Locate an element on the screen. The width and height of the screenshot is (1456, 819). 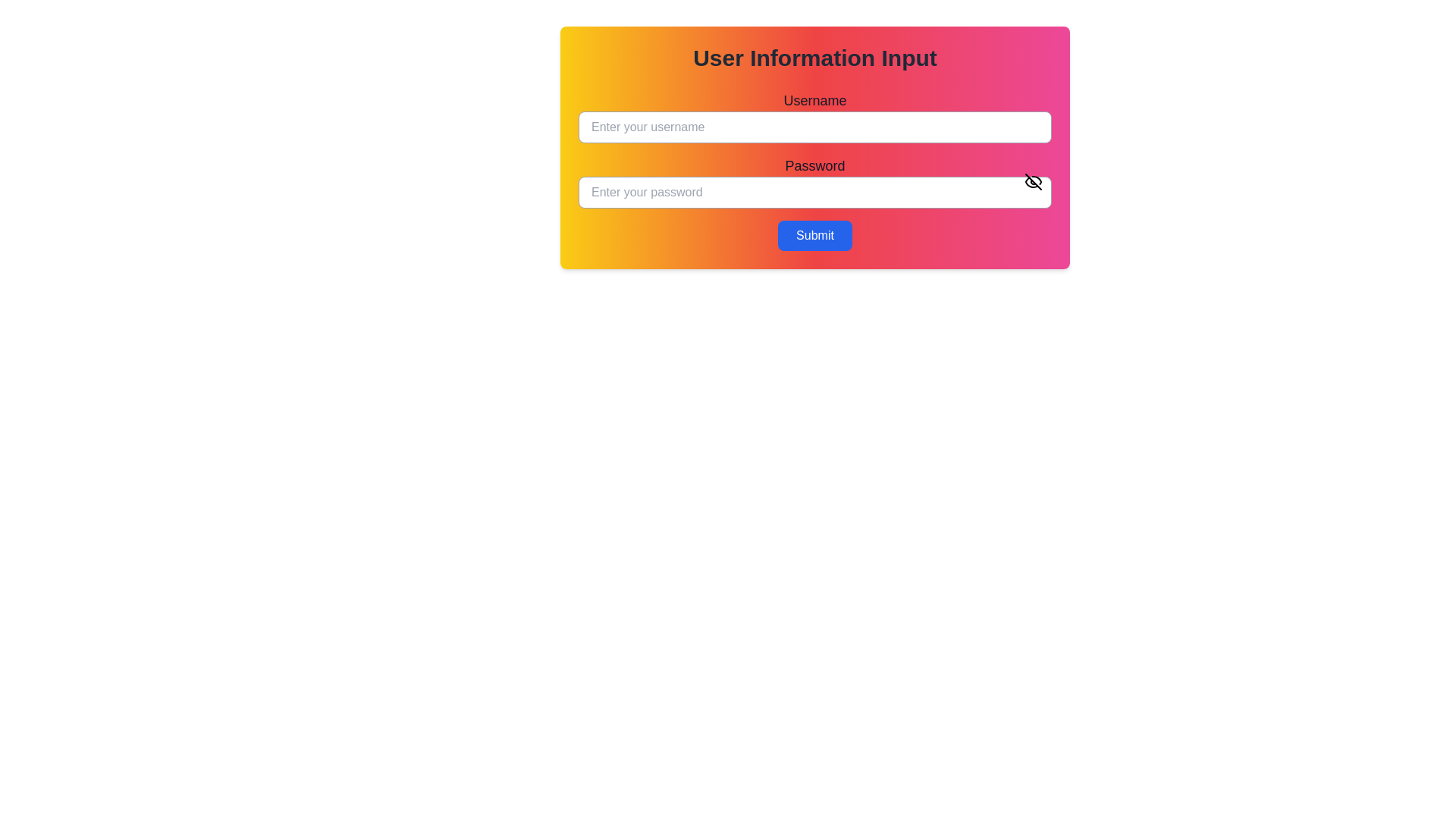
the password visibility toggle button located at the rightmost side of the 'Password' input field is located at coordinates (1033, 180).